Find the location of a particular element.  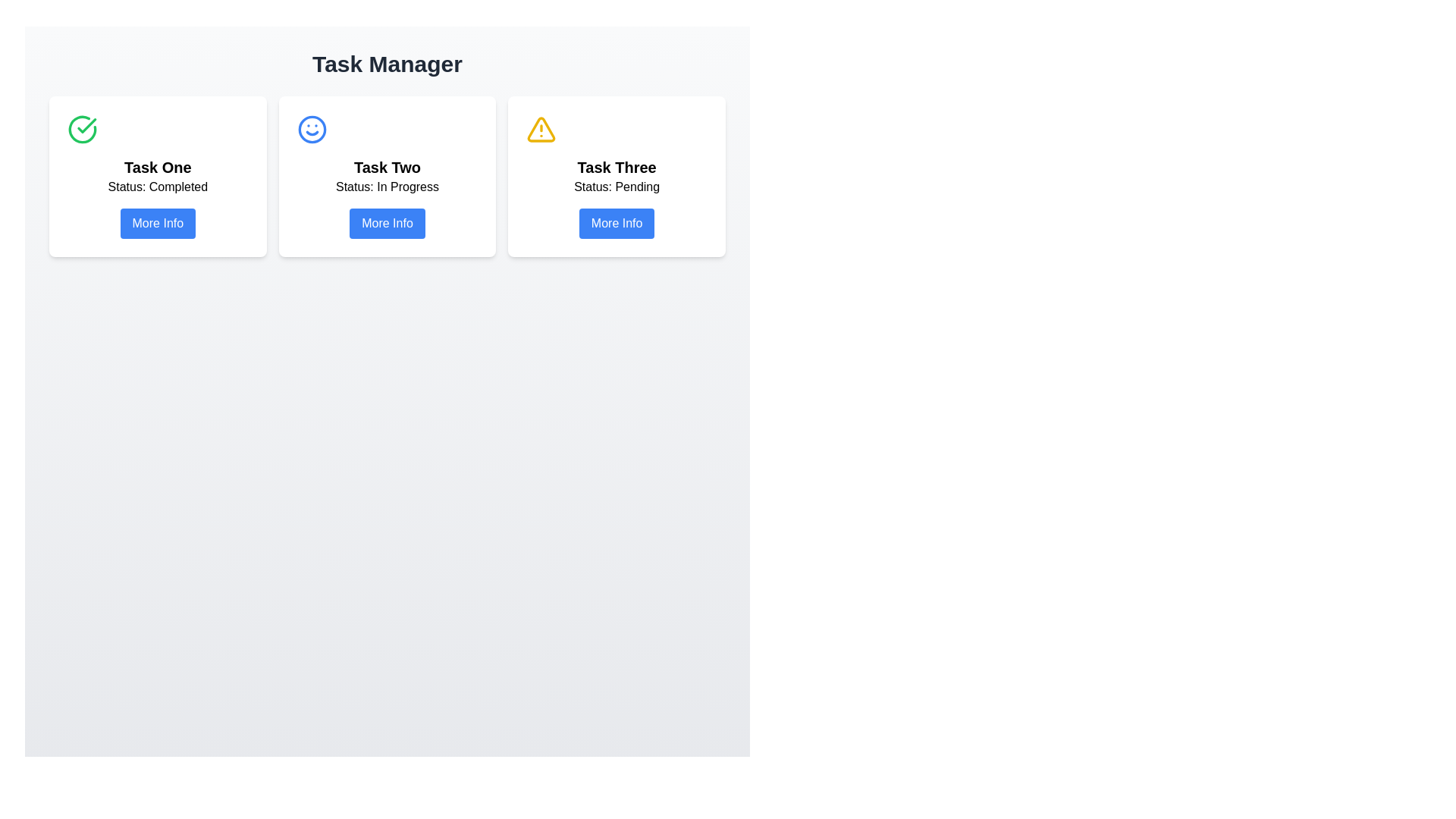

the static text label displaying 'Status: Completed', which is located beneath the title 'Task One' and above the 'More Info' button within the first task card is located at coordinates (158, 186).